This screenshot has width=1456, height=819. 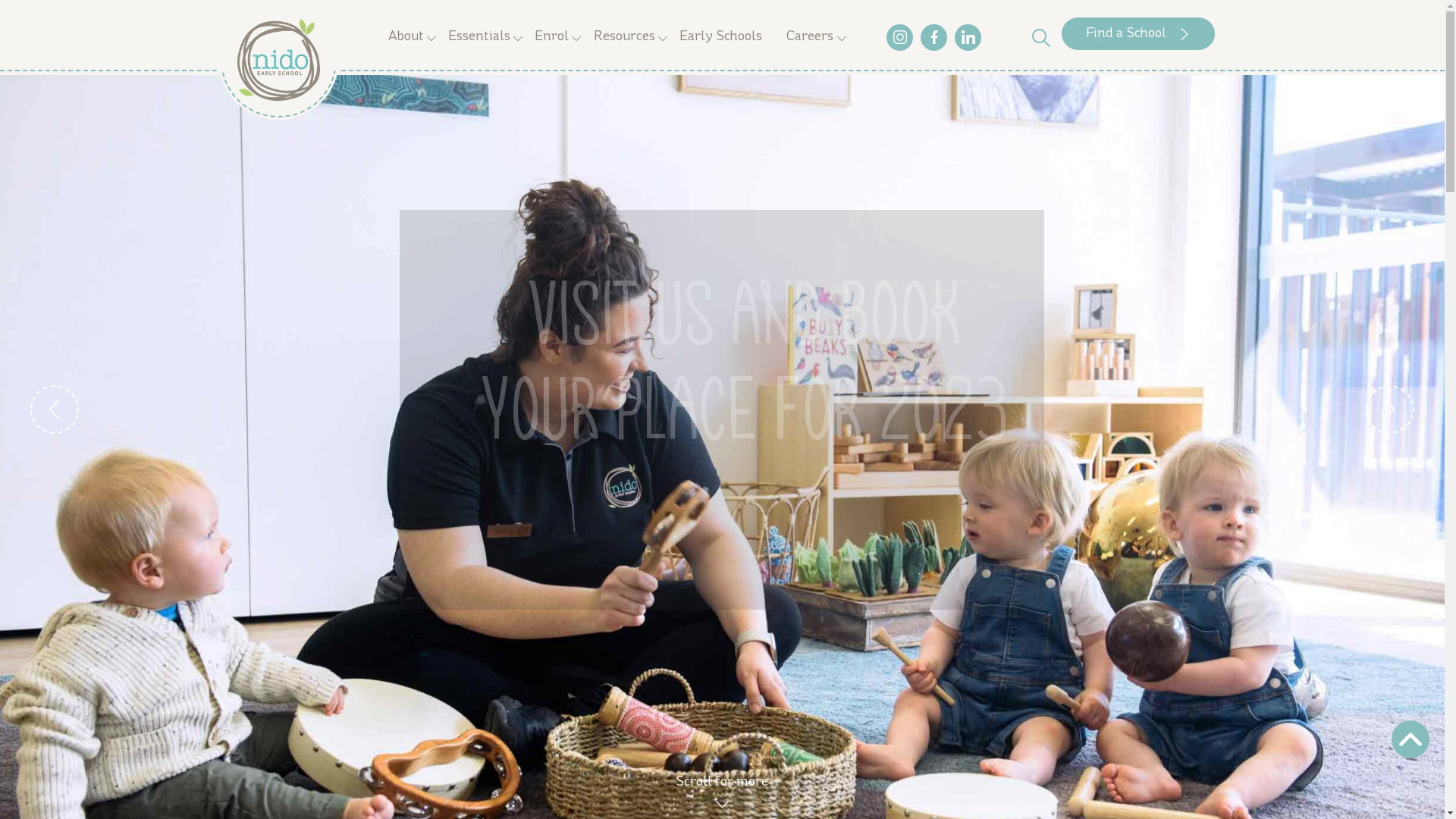 What do you see at coordinates (675, 789) in the screenshot?
I see `'Scroll for more'` at bounding box center [675, 789].